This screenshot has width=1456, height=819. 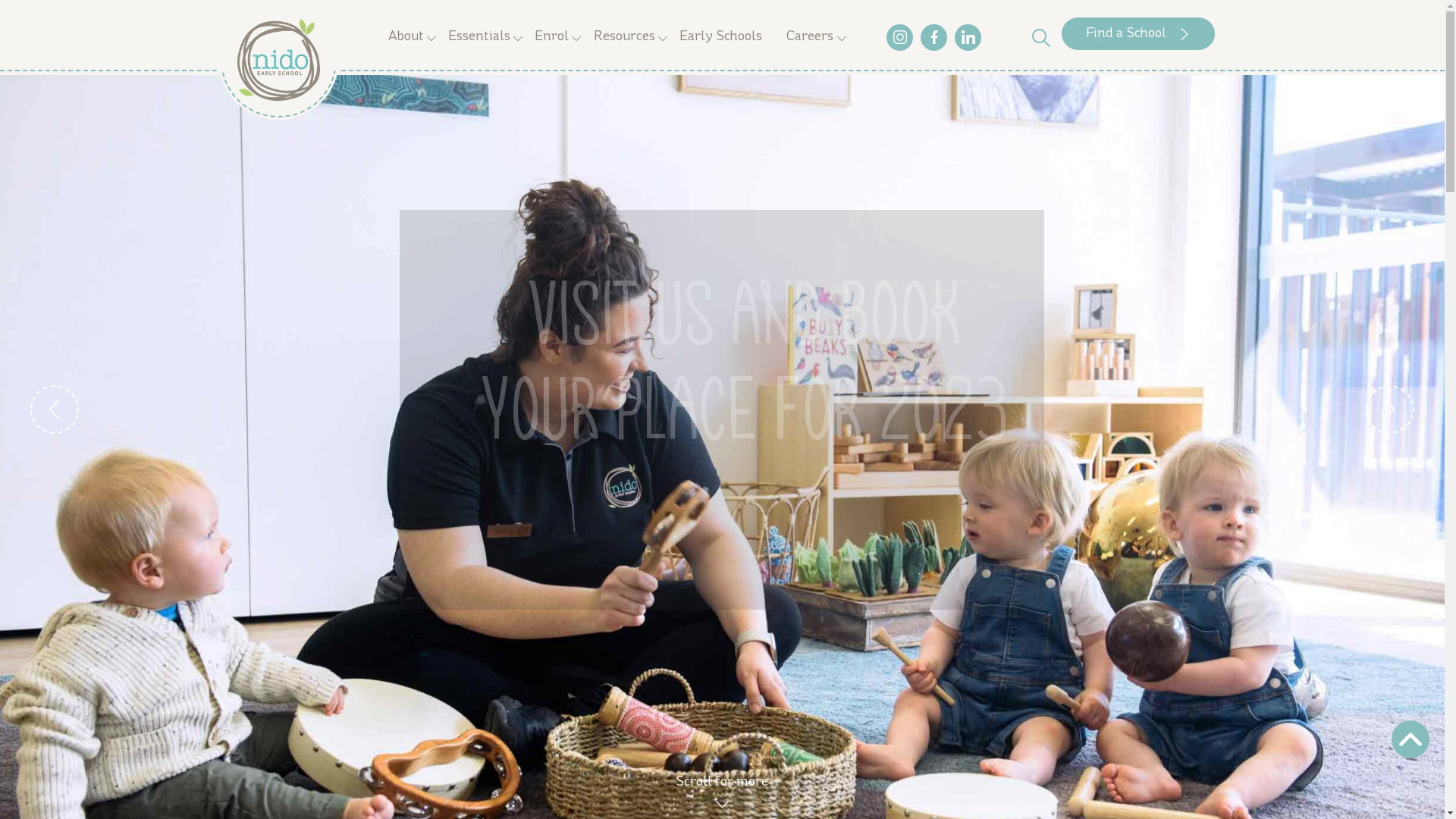 What do you see at coordinates (675, 789) in the screenshot?
I see `'Scroll for more'` at bounding box center [675, 789].